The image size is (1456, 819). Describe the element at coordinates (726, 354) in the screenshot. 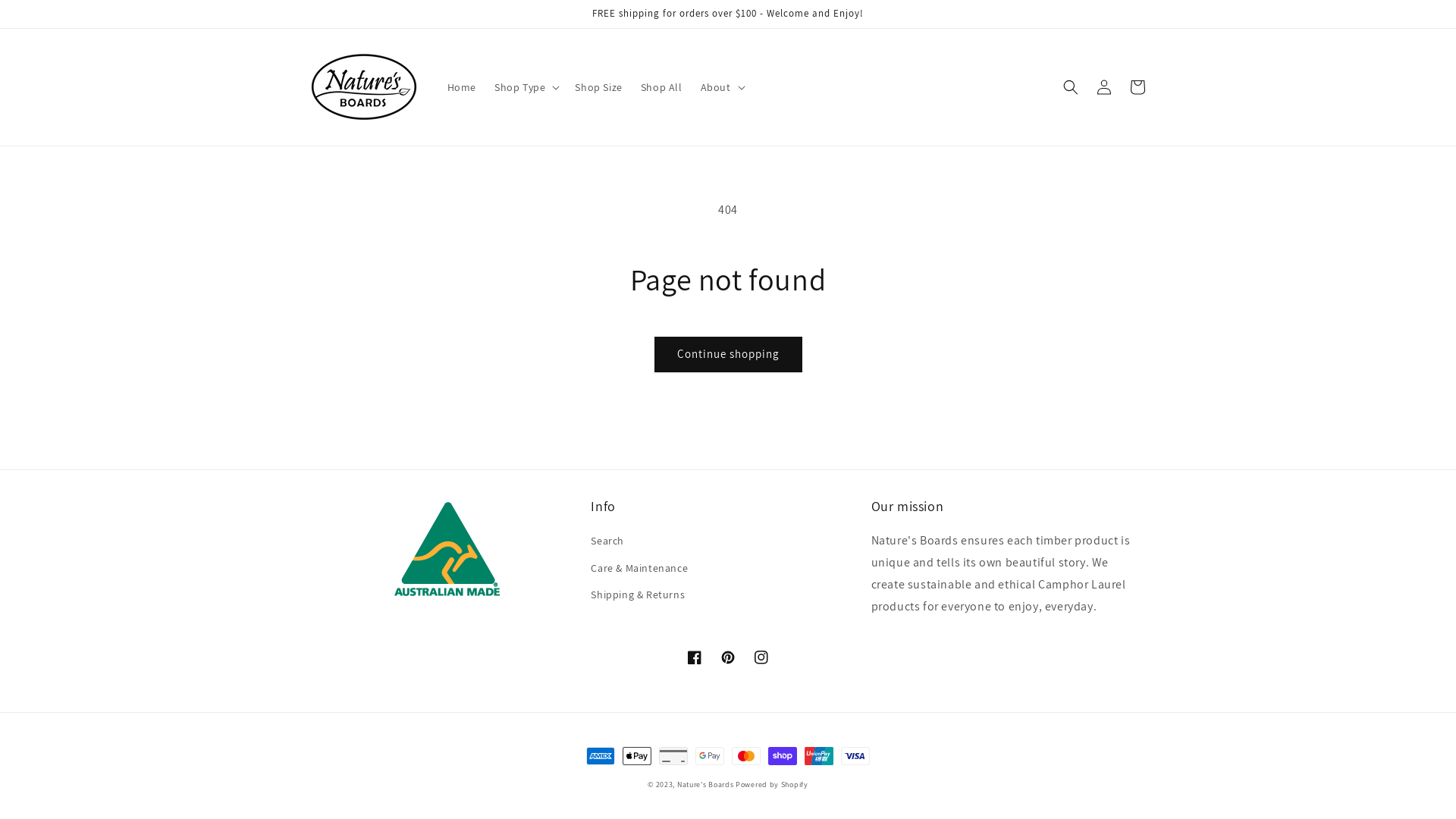

I see `'Continue shopping'` at that location.